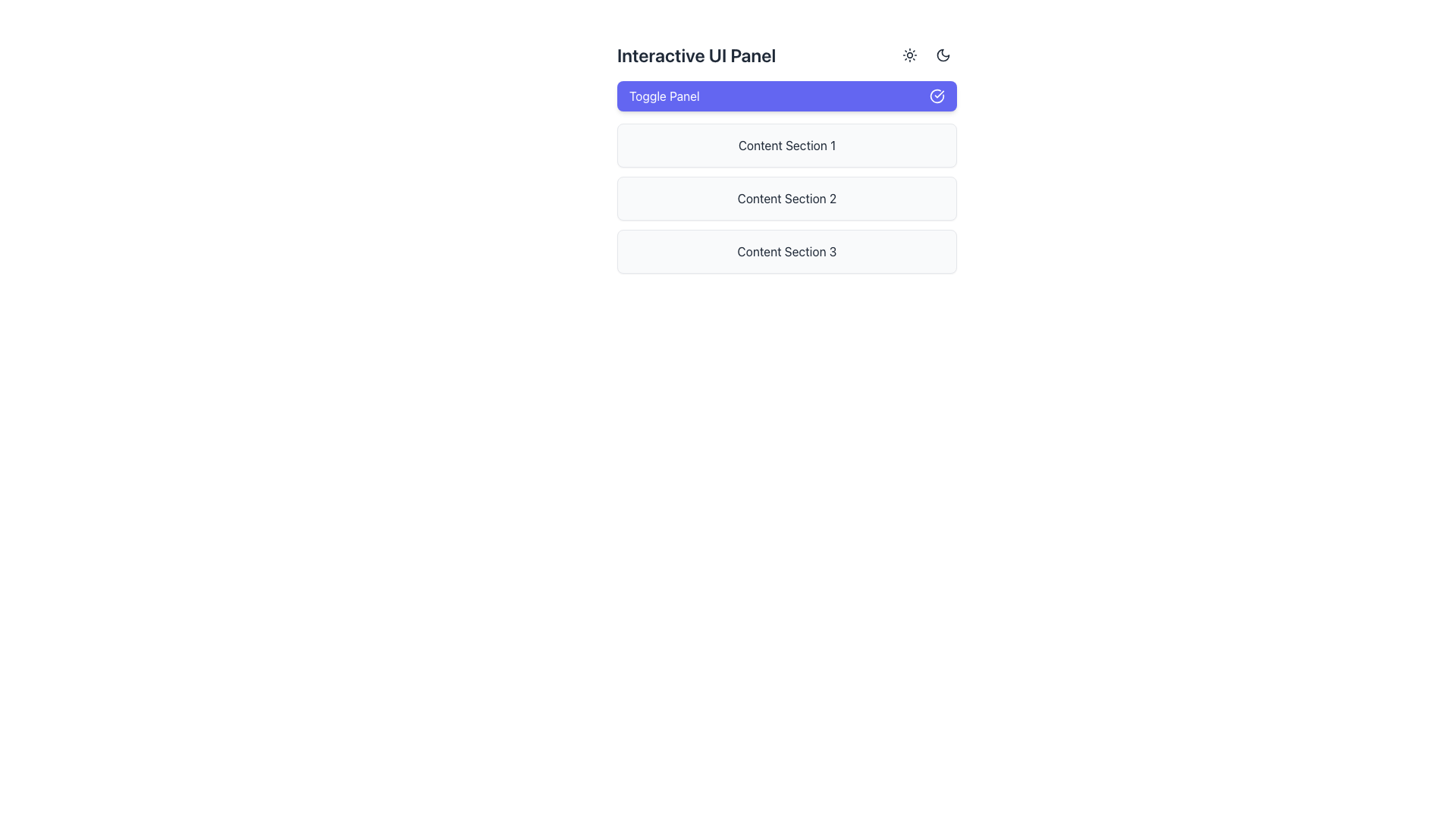 This screenshot has width=1456, height=819. I want to click on the light mode toggle icon located in the upper-right section of the interface, adjacent to the title 'Interactive UI Panel', to switch the UI's theme, so click(910, 55).